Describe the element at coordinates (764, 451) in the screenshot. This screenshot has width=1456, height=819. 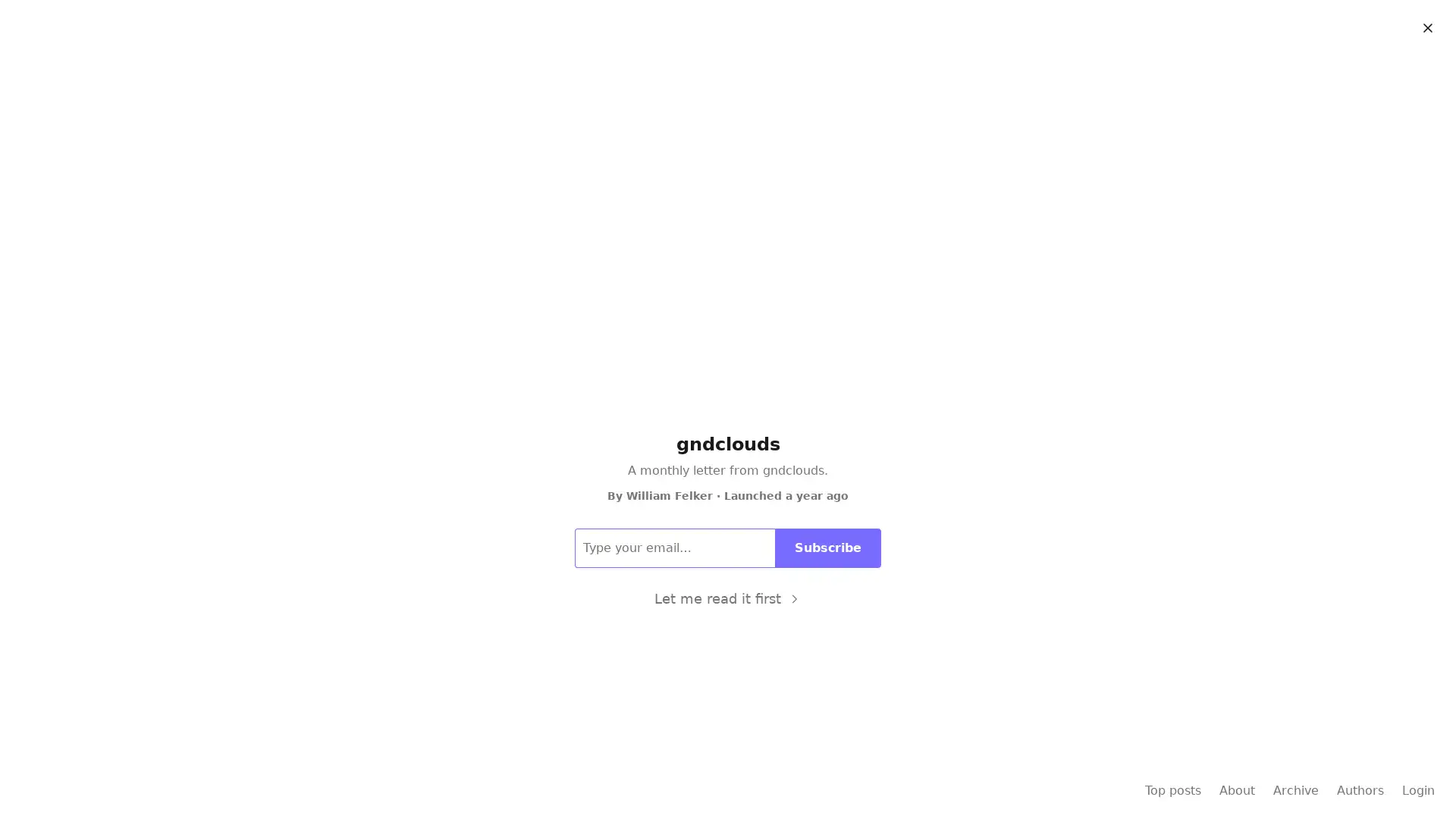
I see `1` at that location.